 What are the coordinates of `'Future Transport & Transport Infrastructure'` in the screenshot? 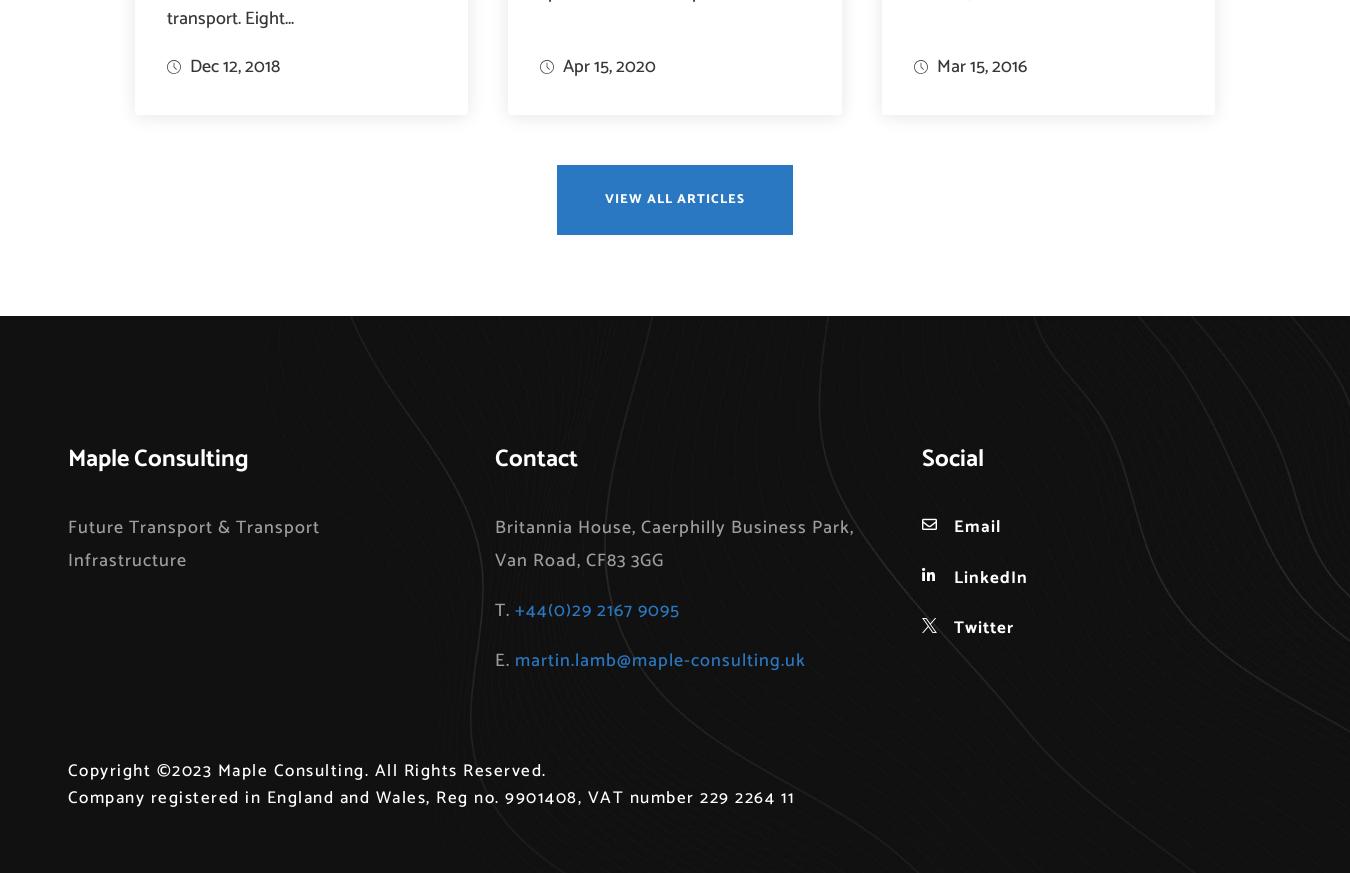 It's located at (193, 542).